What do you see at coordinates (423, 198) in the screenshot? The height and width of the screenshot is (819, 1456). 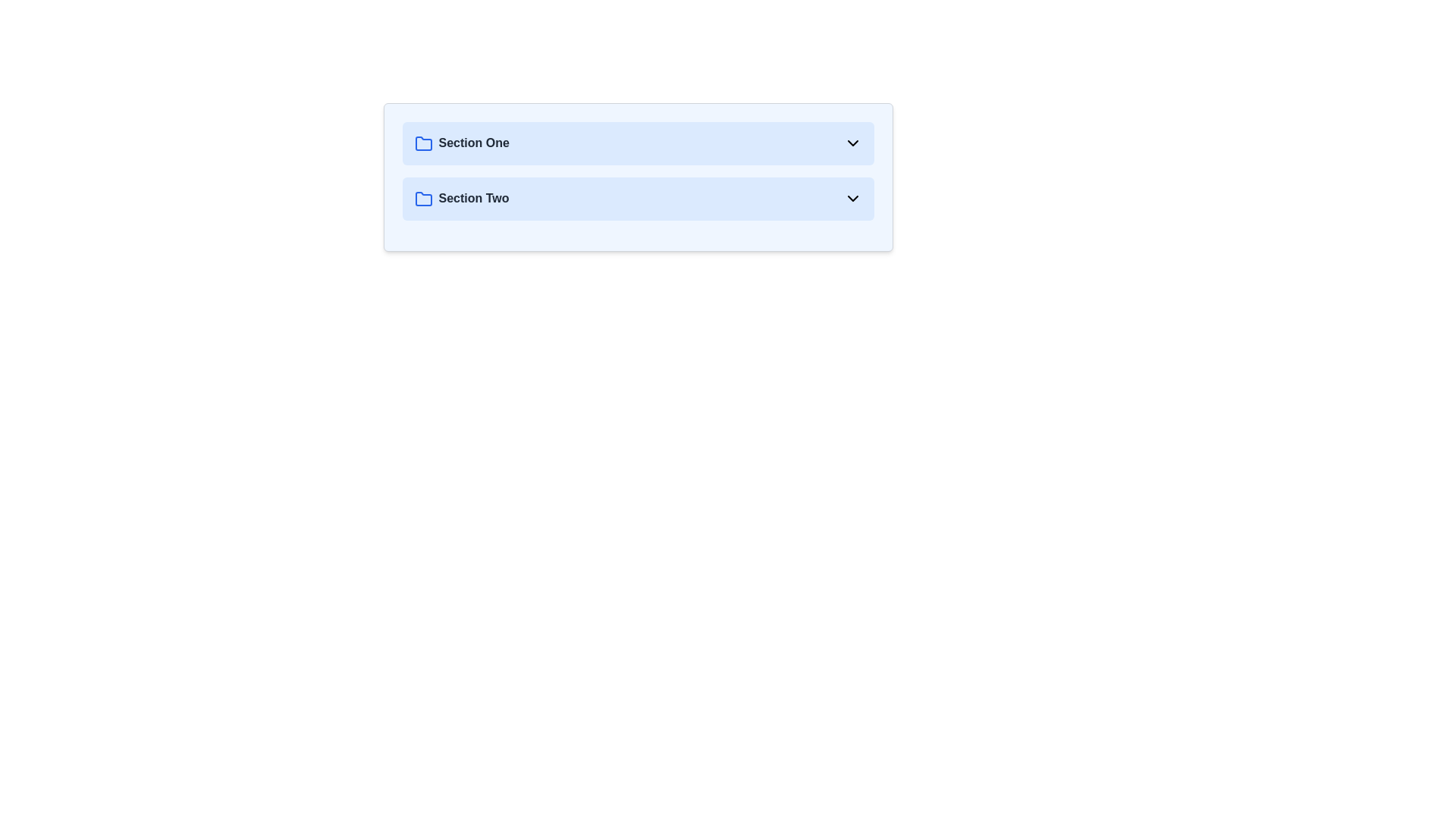 I see `the folder icon located to the left of the 'Section Two' label in the second row of the section list` at bounding box center [423, 198].